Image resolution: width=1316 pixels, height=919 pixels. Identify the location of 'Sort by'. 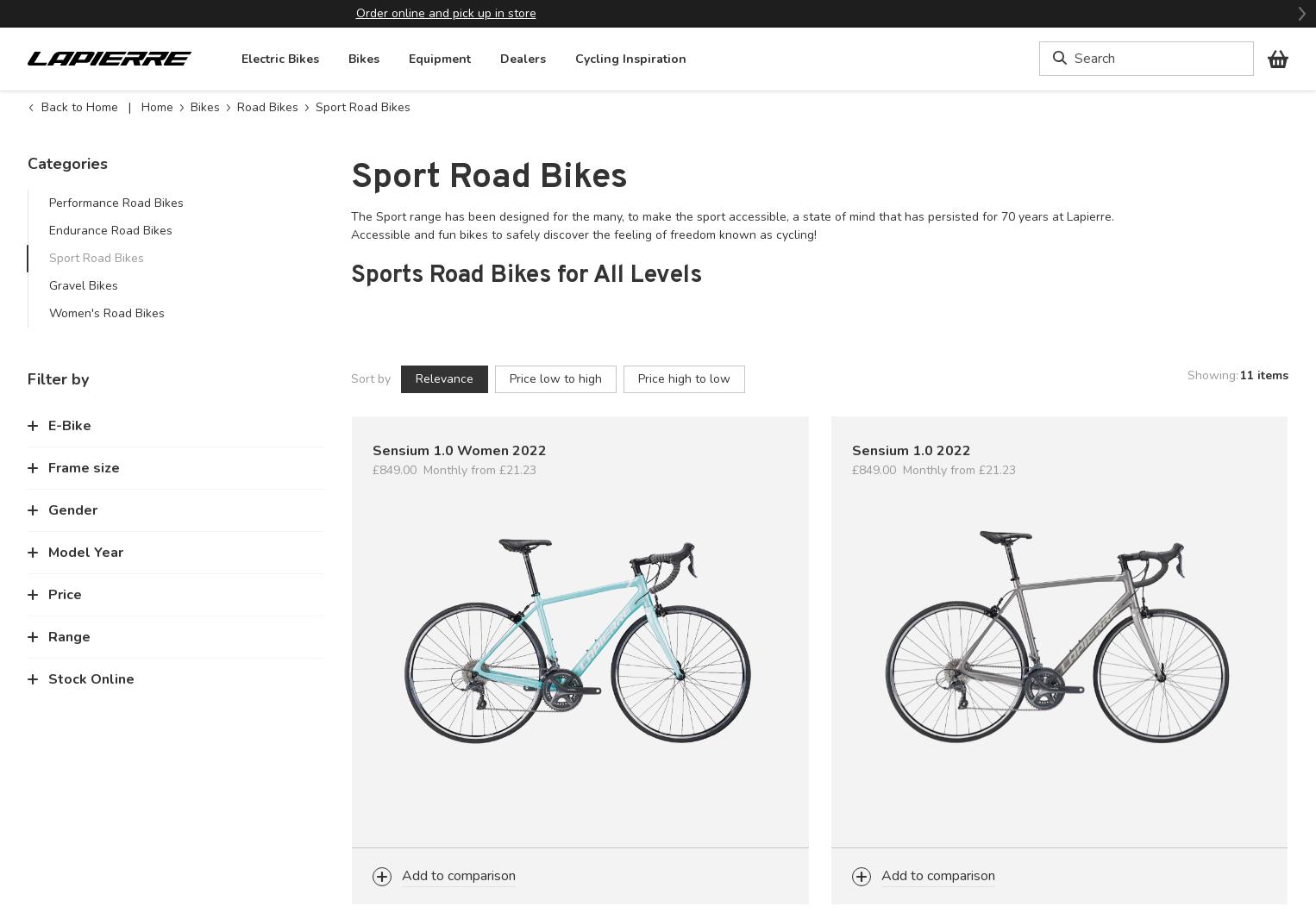
(350, 378).